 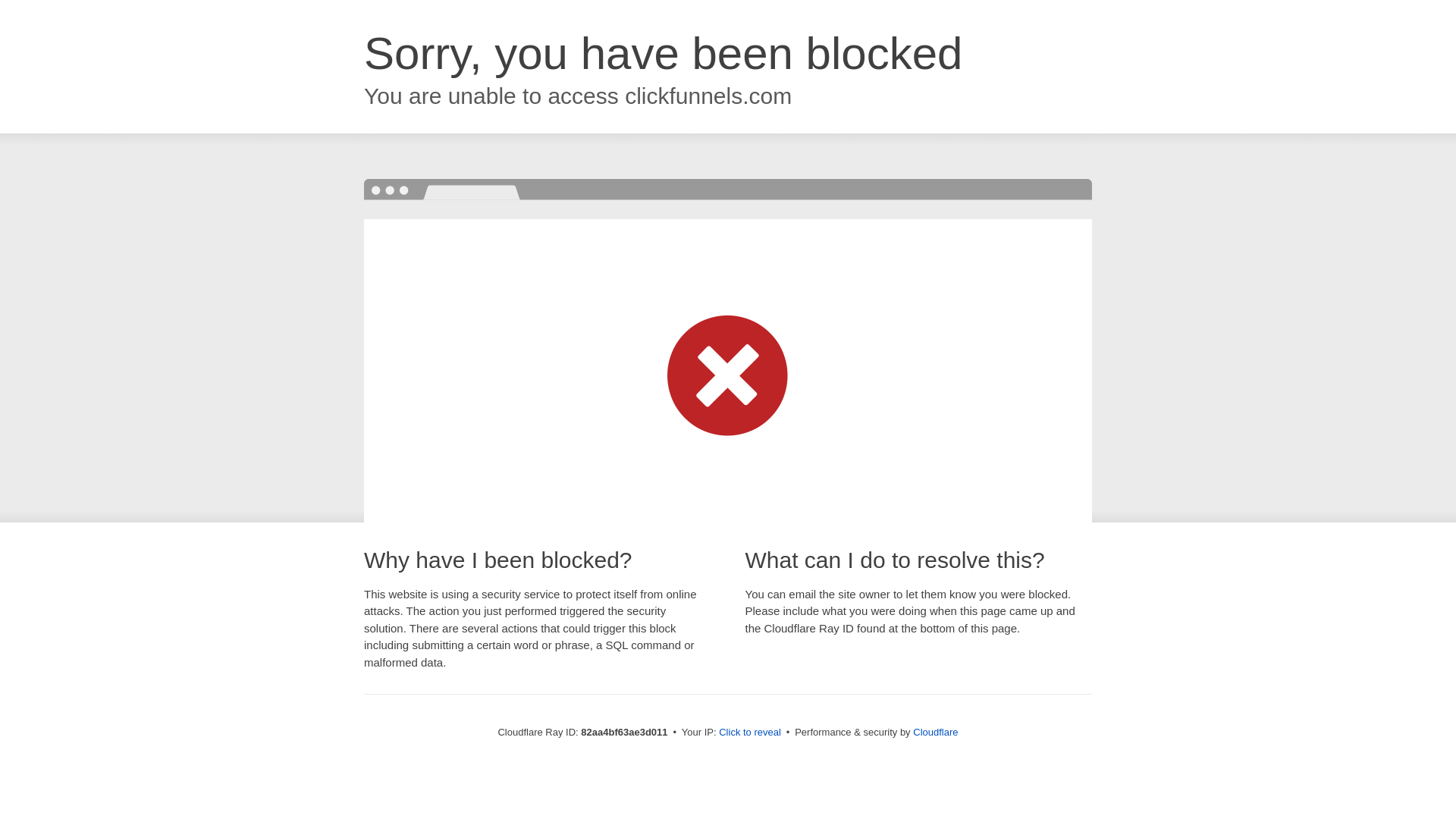 What do you see at coordinates (912, 731) in the screenshot?
I see `'Cloudflare'` at bounding box center [912, 731].